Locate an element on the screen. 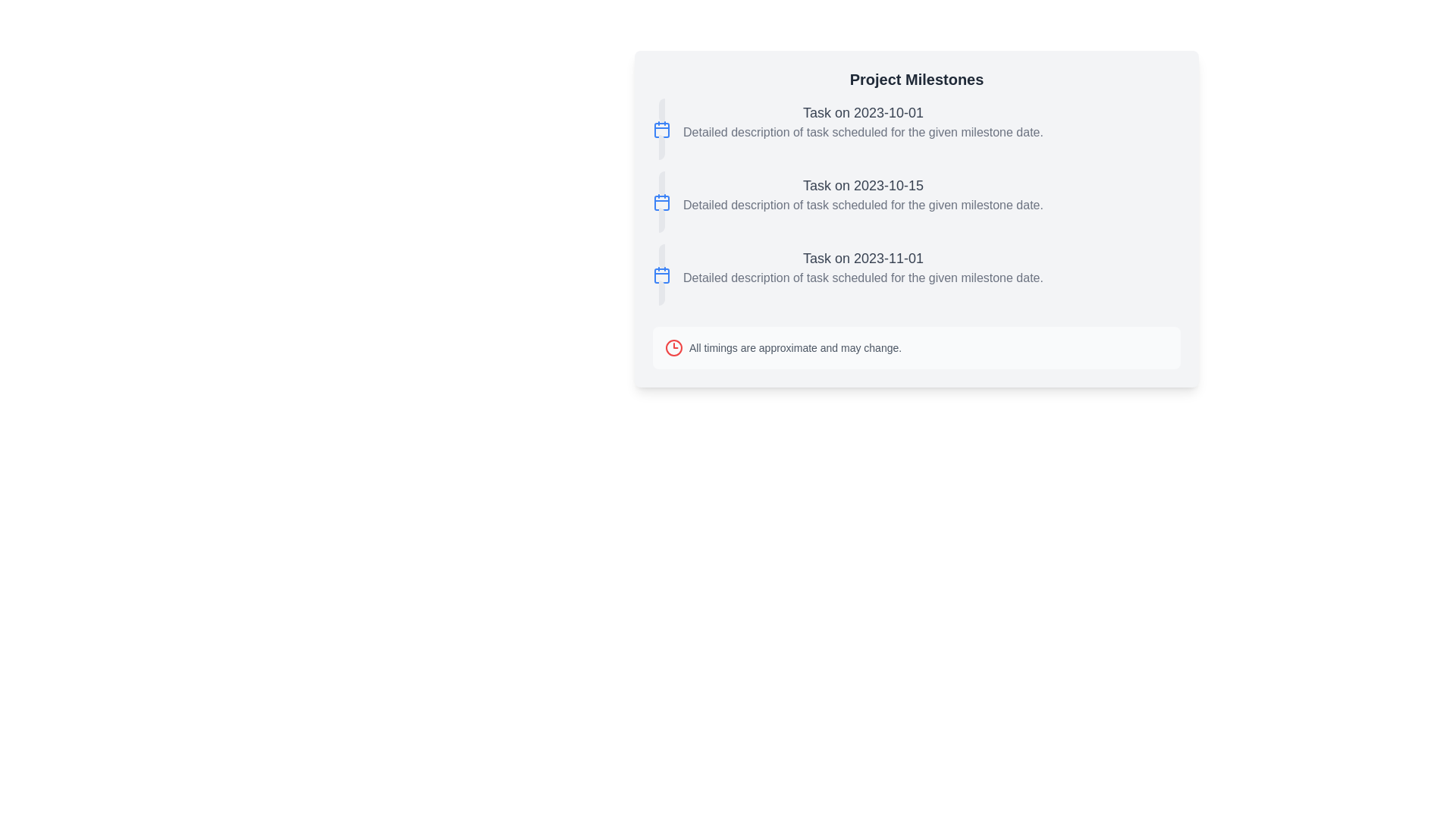 Image resolution: width=1456 pixels, height=819 pixels. the Text Display element that provides additional information about a specific task or milestone, located below the task title 'Task on 2023-10-15' in the center-right area of the interface is located at coordinates (863, 205).